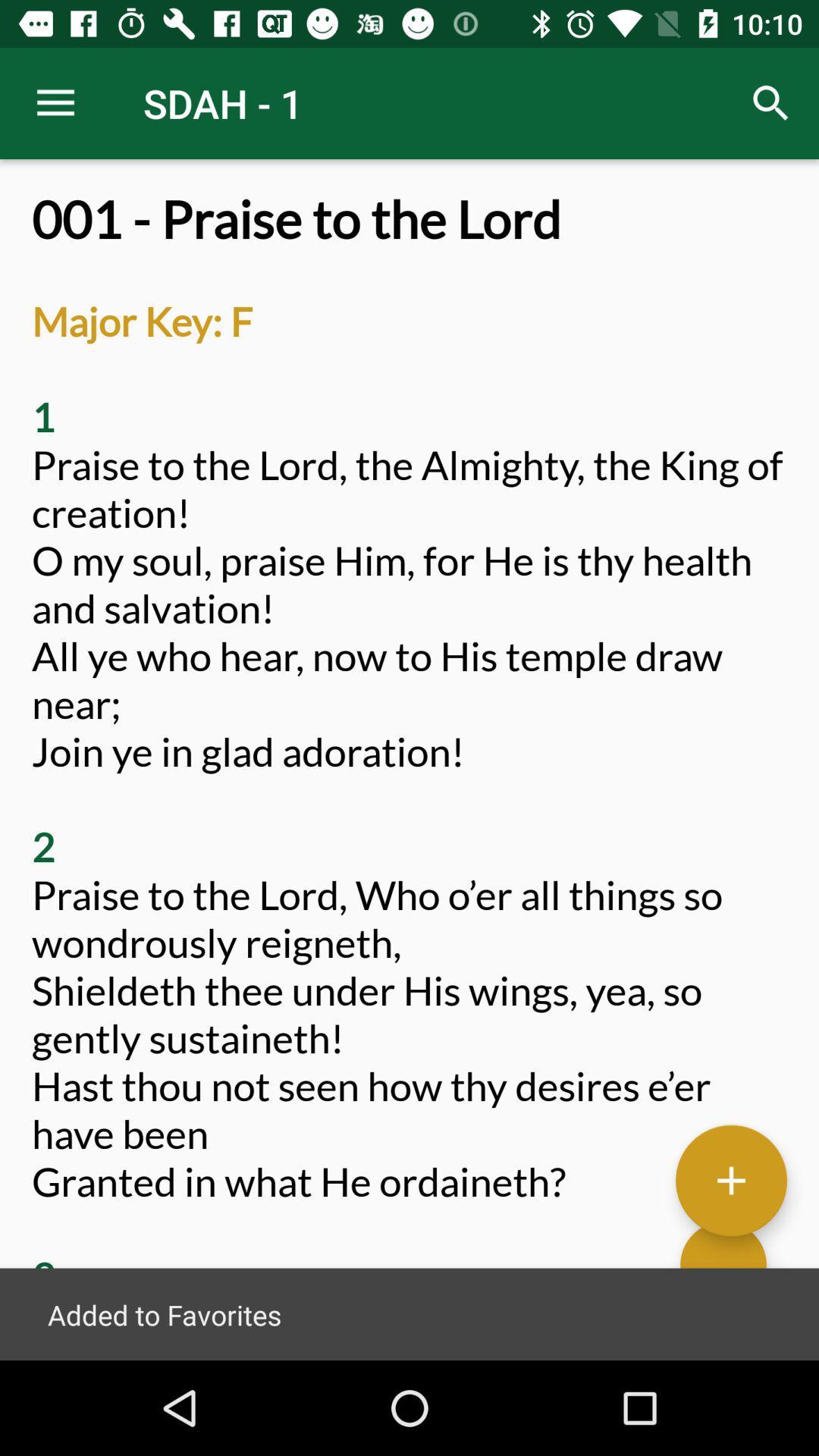 Image resolution: width=819 pixels, height=1456 pixels. What do you see at coordinates (730, 1178) in the screenshot?
I see `a note` at bounding box center [730, 1178].